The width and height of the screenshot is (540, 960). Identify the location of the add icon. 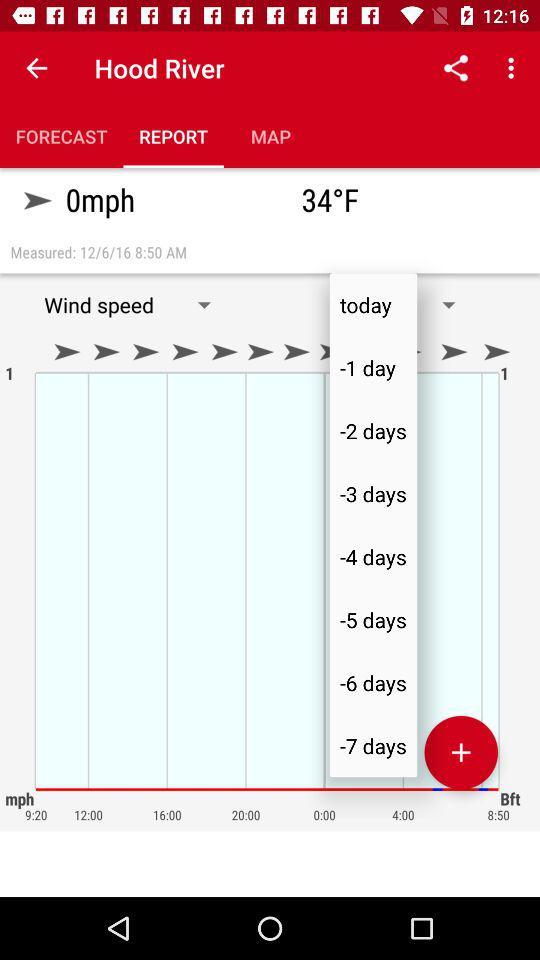
(461, 751).